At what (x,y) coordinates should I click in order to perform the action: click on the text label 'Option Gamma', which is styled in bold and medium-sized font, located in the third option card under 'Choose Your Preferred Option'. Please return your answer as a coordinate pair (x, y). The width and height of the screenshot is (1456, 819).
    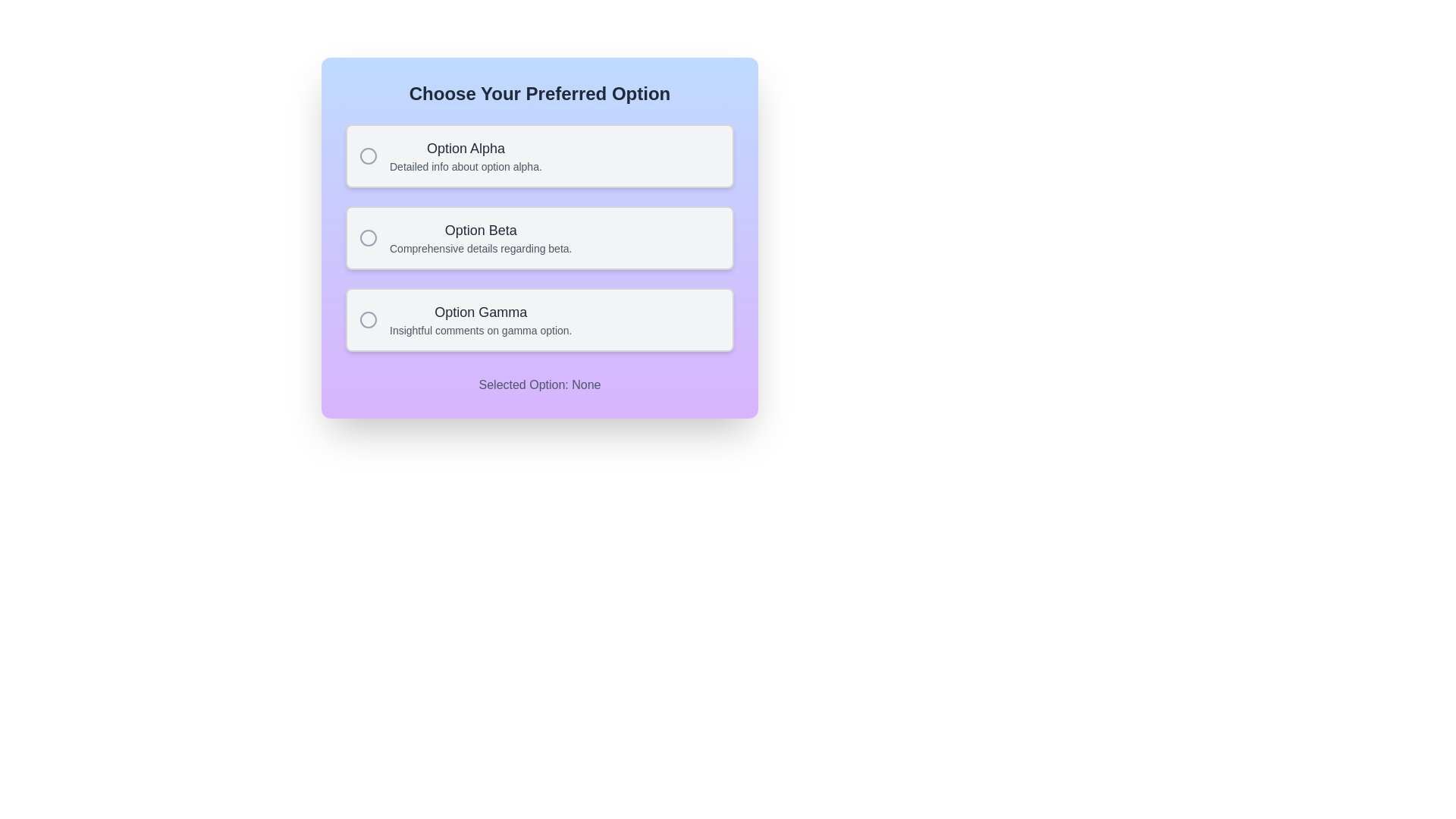
    Looking at the image, I should click on (480, 312).